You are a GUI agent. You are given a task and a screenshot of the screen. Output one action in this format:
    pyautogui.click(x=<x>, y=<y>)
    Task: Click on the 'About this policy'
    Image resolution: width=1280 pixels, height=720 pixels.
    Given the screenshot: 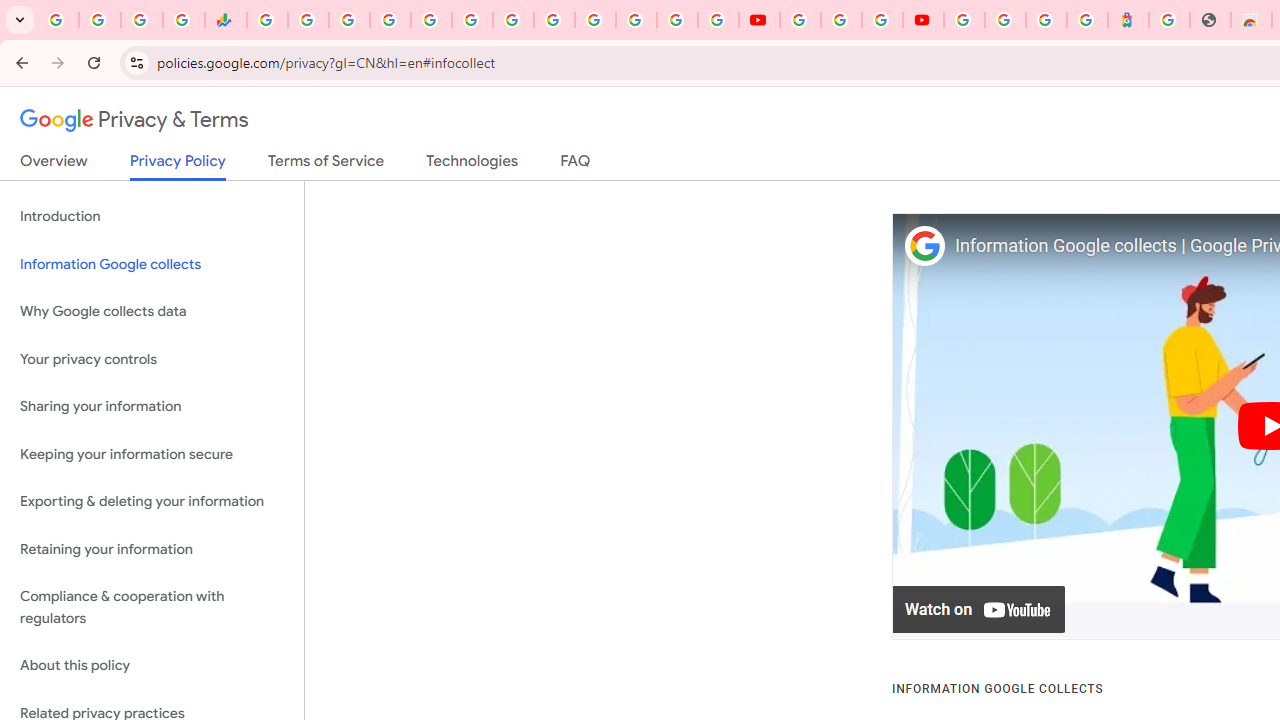 What is the action you would take?
    pyautogui.click(x=151, y=666)
    